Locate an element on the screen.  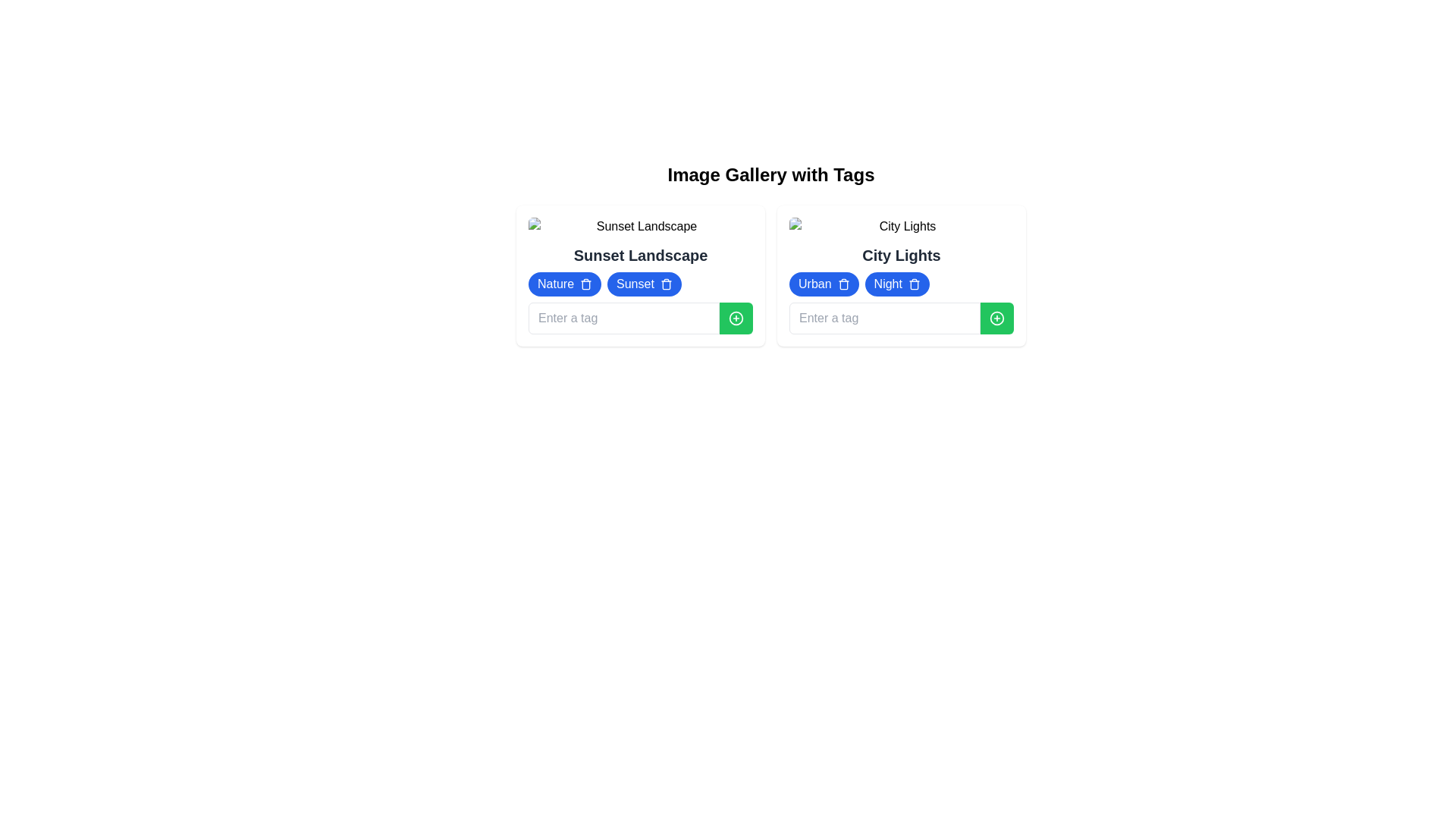
the static text label displaying 'Sunset Landscape', which is styled in a large, bold font and positioned beneath an image is located at coordinates (640, 254).